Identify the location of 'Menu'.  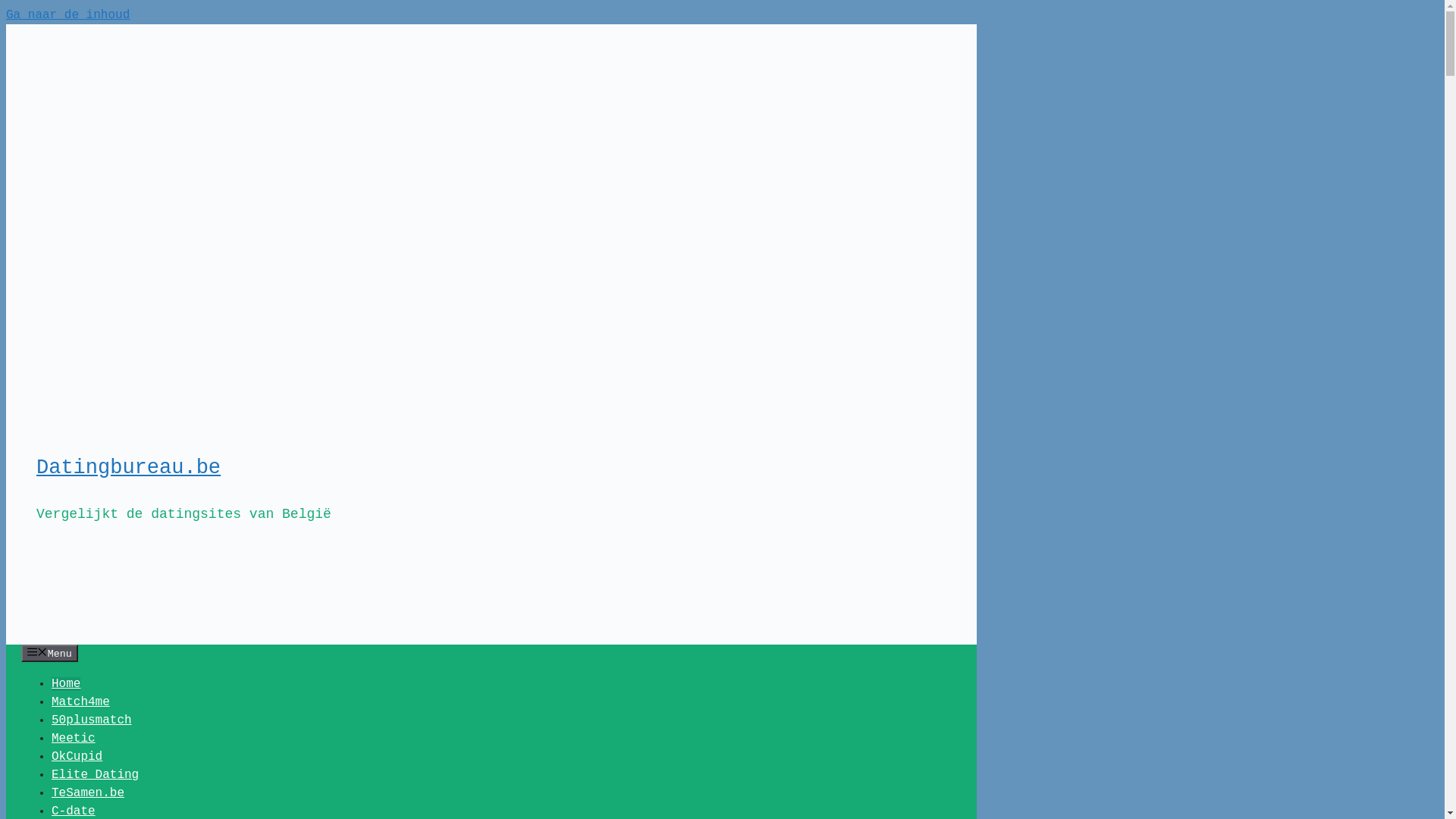
(49, 652).